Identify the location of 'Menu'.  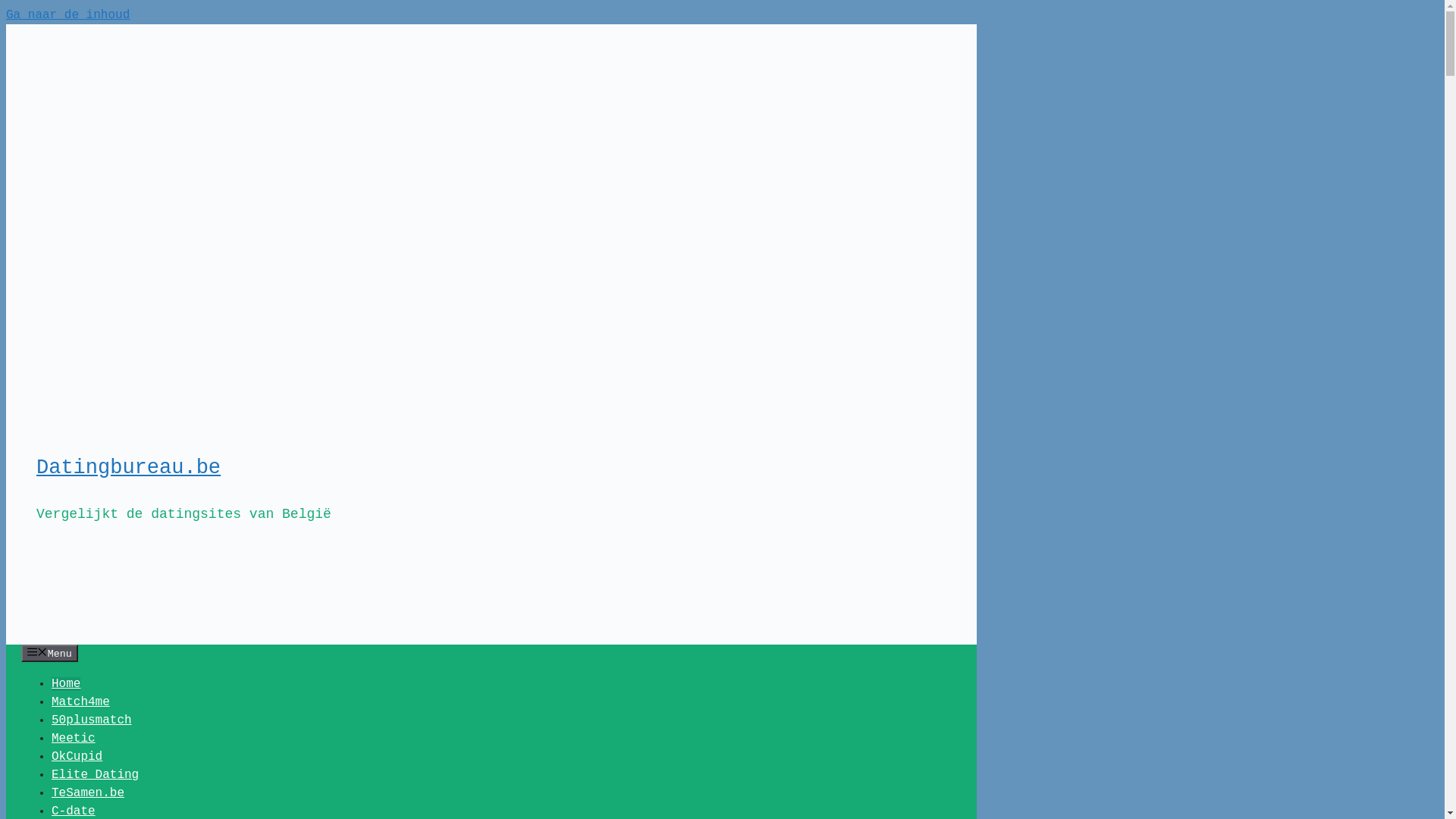
(49, 652).